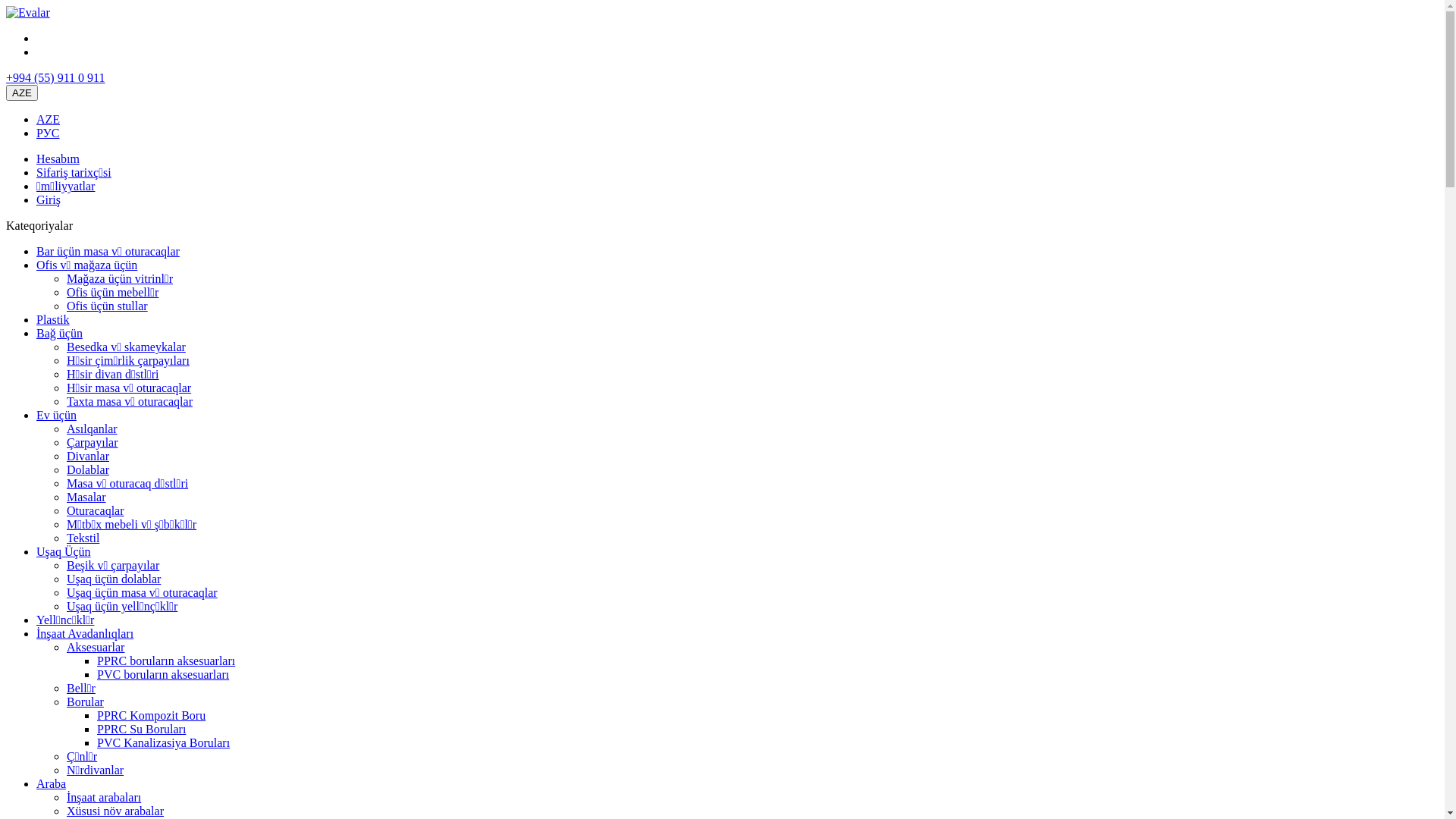 This screenshot has height=819, width=1456. I want to click on 'PPRC Kompozit Boru', so click(151, 715).